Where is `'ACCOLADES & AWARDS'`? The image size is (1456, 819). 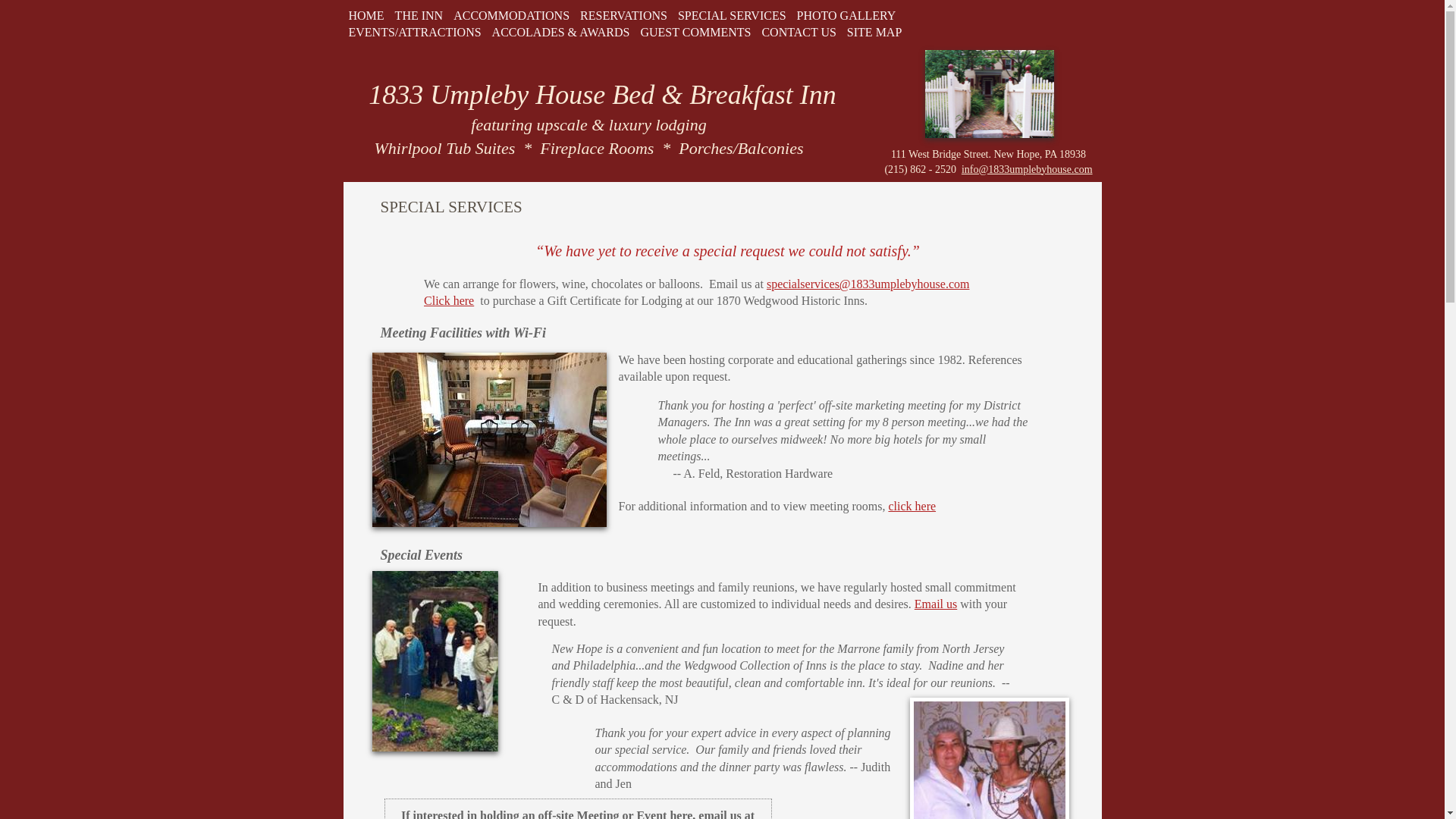 'ACCOLADES & AWARDS' is located at coordinates (560, 32).